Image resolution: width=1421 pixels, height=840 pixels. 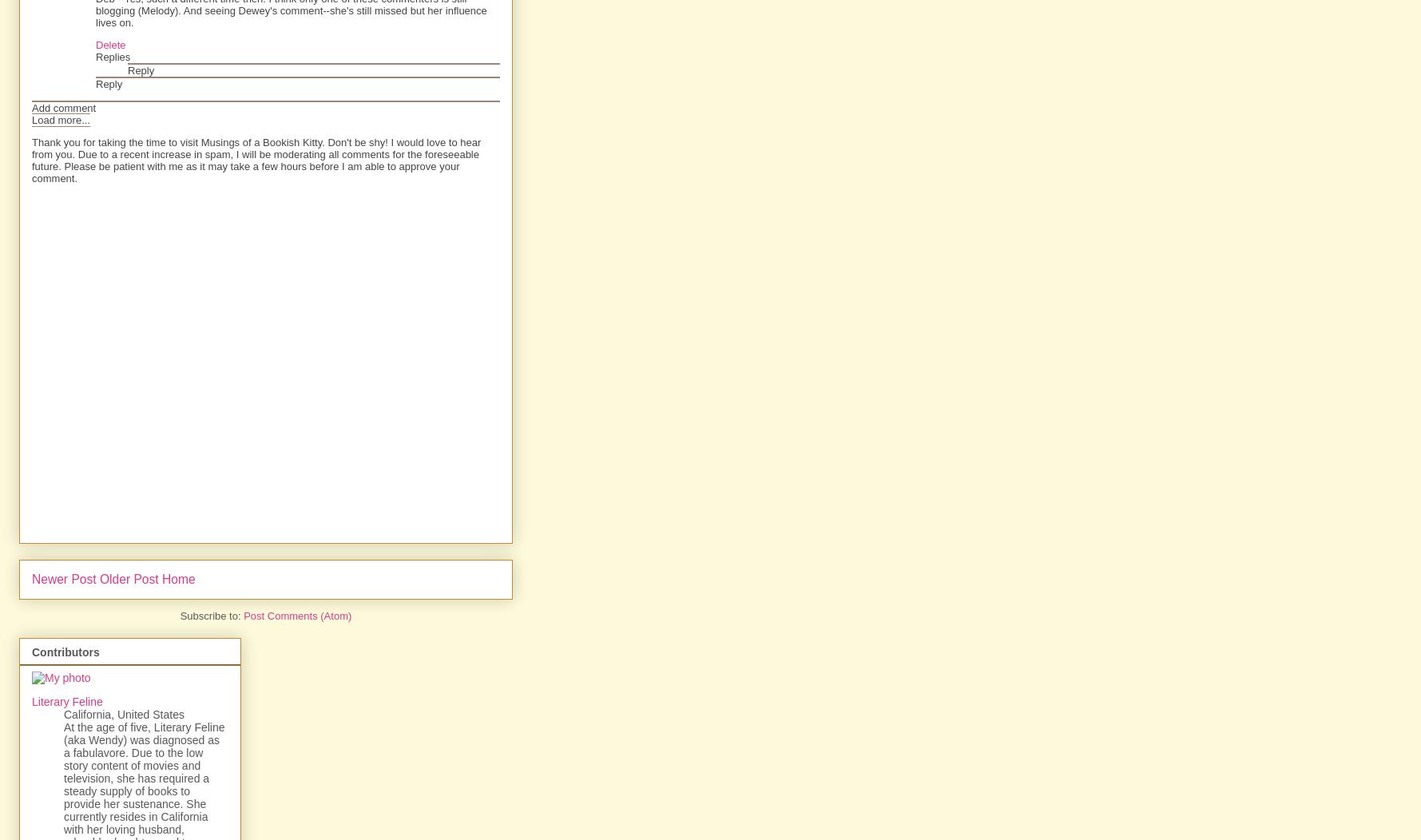 What do you see at coordinates (110, 44) in the screenshot?
I see `'Delete'` at bounding box center [110, 44].